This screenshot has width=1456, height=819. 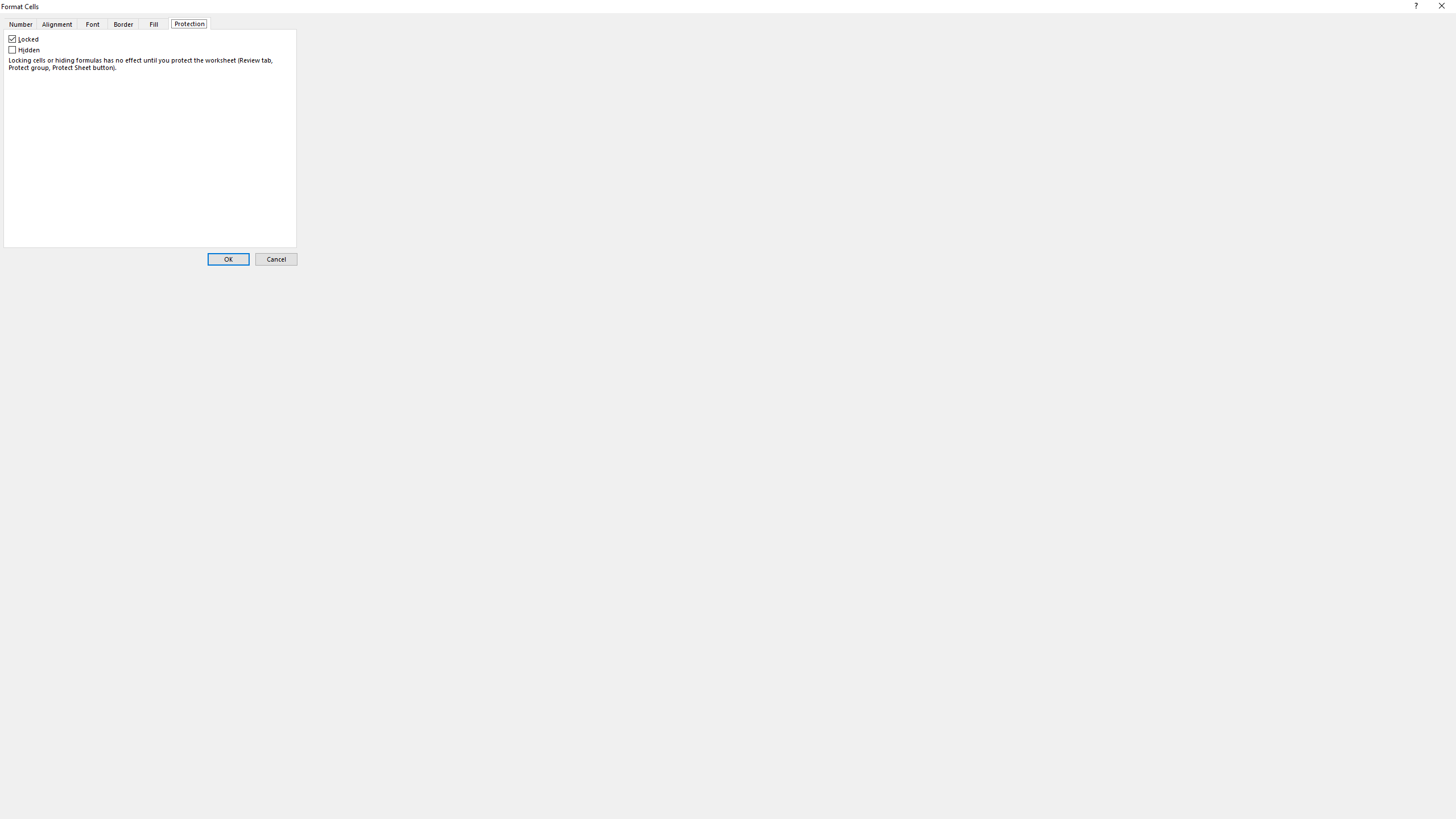 I want to click on 'Cancel', so click(x=276, y=259).